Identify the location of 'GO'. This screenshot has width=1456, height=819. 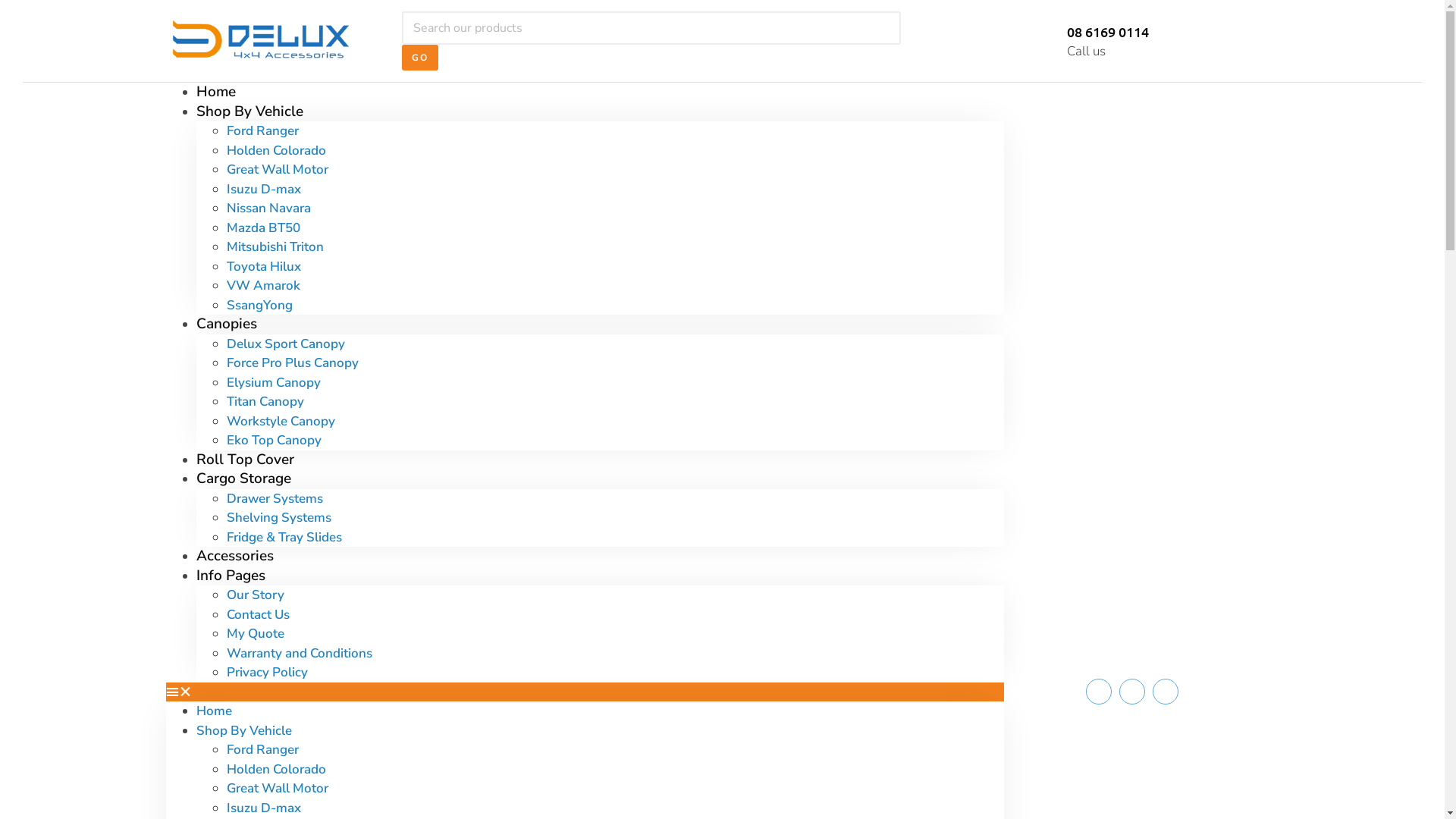
(420, 57).